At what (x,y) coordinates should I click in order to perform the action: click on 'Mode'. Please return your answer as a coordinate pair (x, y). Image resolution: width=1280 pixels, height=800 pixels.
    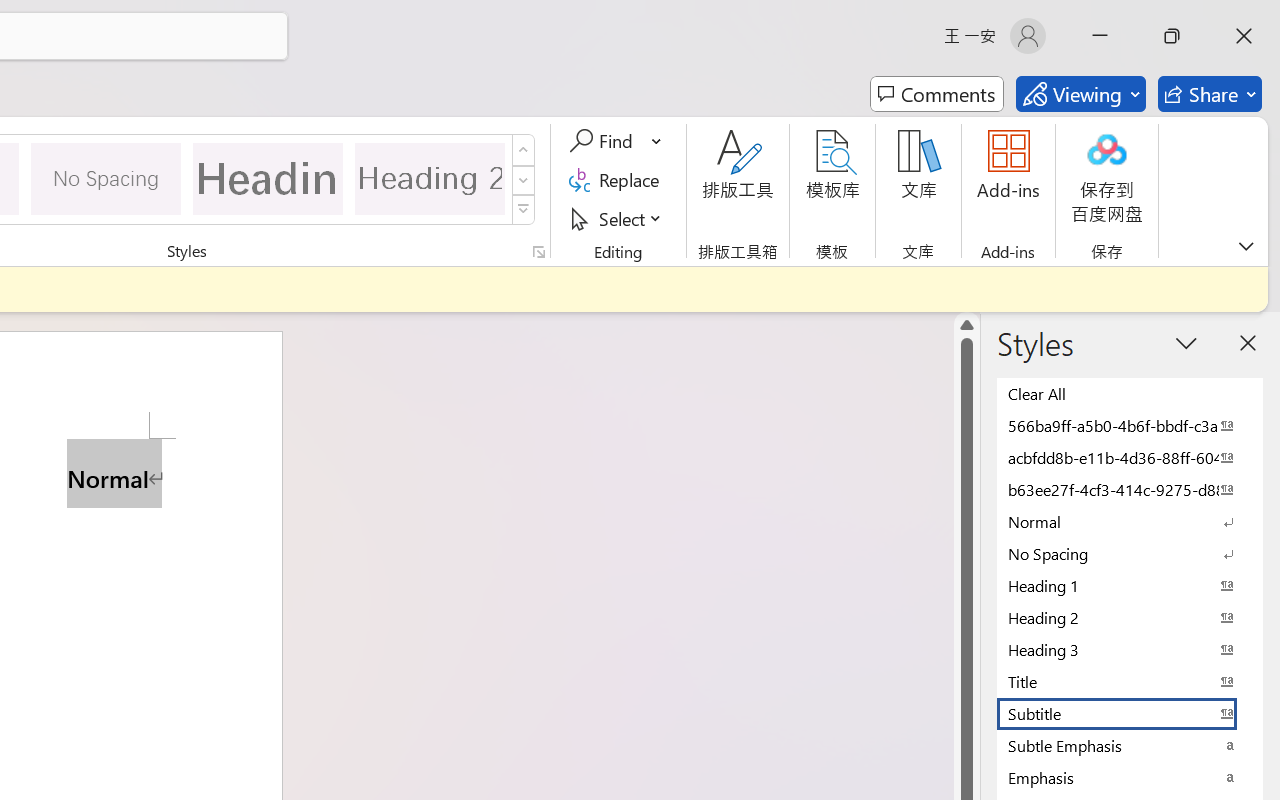
    Looking at the image, I should click on (1079, 94).